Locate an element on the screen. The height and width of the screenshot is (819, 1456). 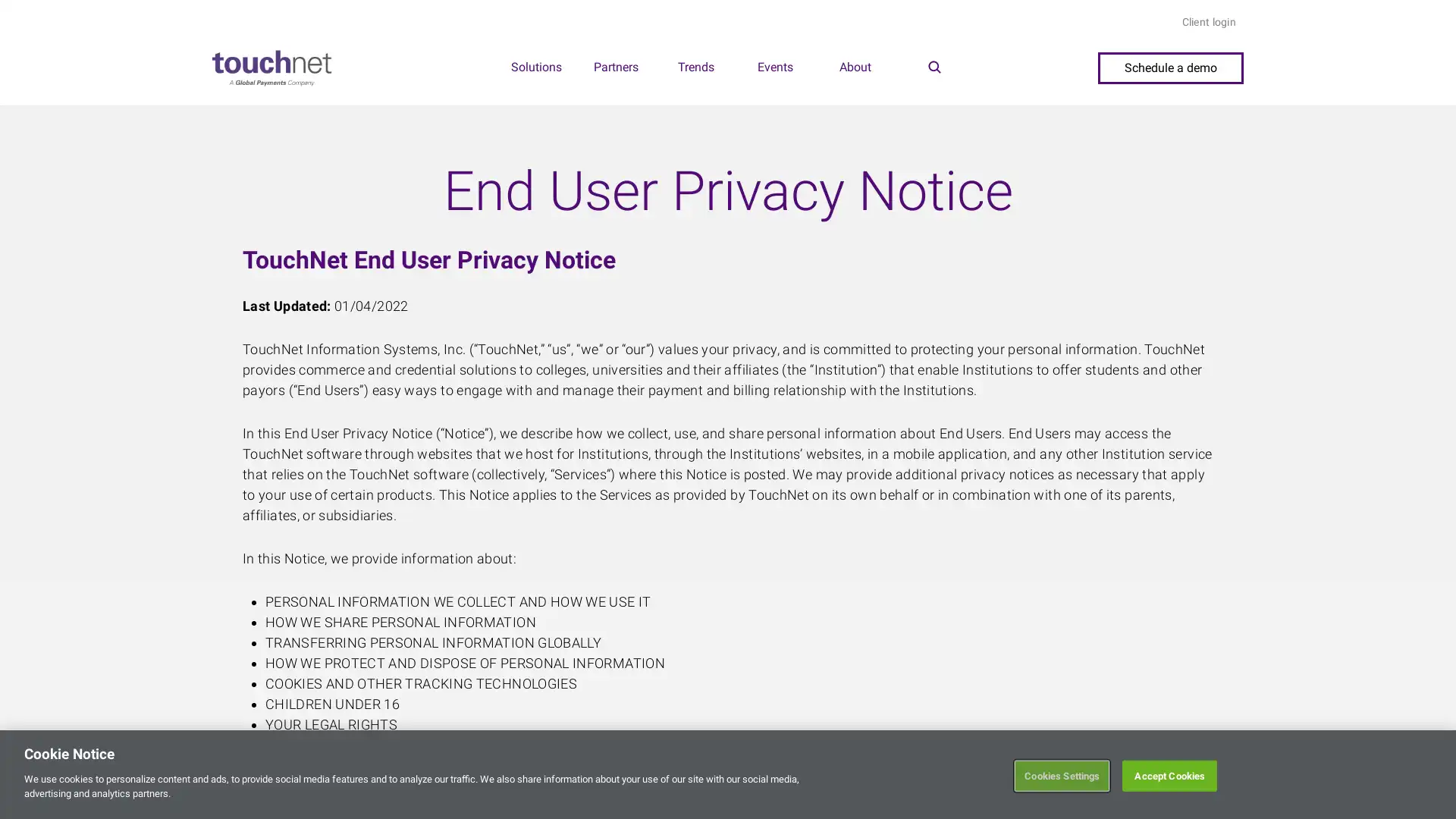
Accept Cookies is located at coordinates (1169, 775).